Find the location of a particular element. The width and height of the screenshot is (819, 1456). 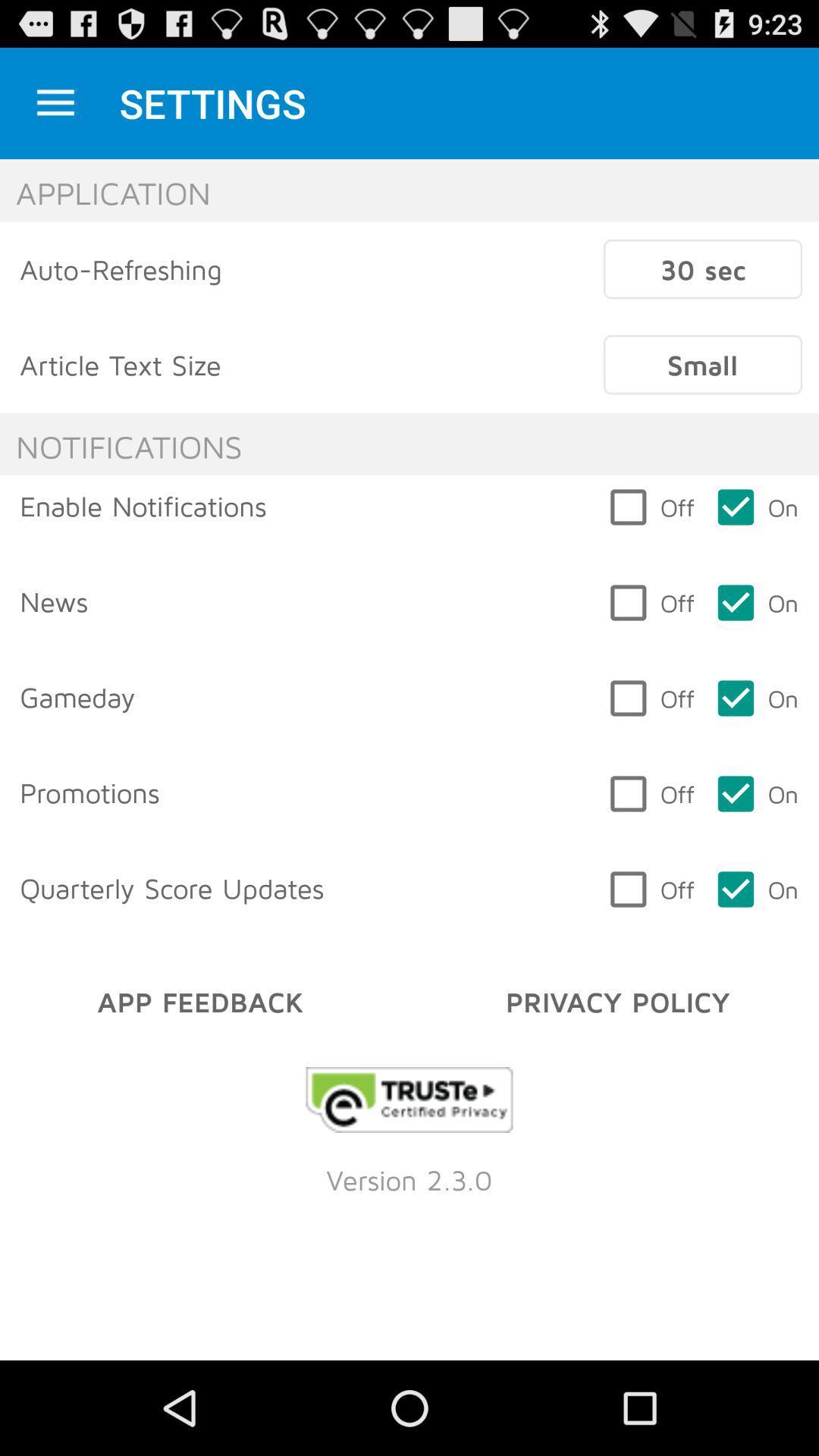

menu is located at coordinates (55, 102).